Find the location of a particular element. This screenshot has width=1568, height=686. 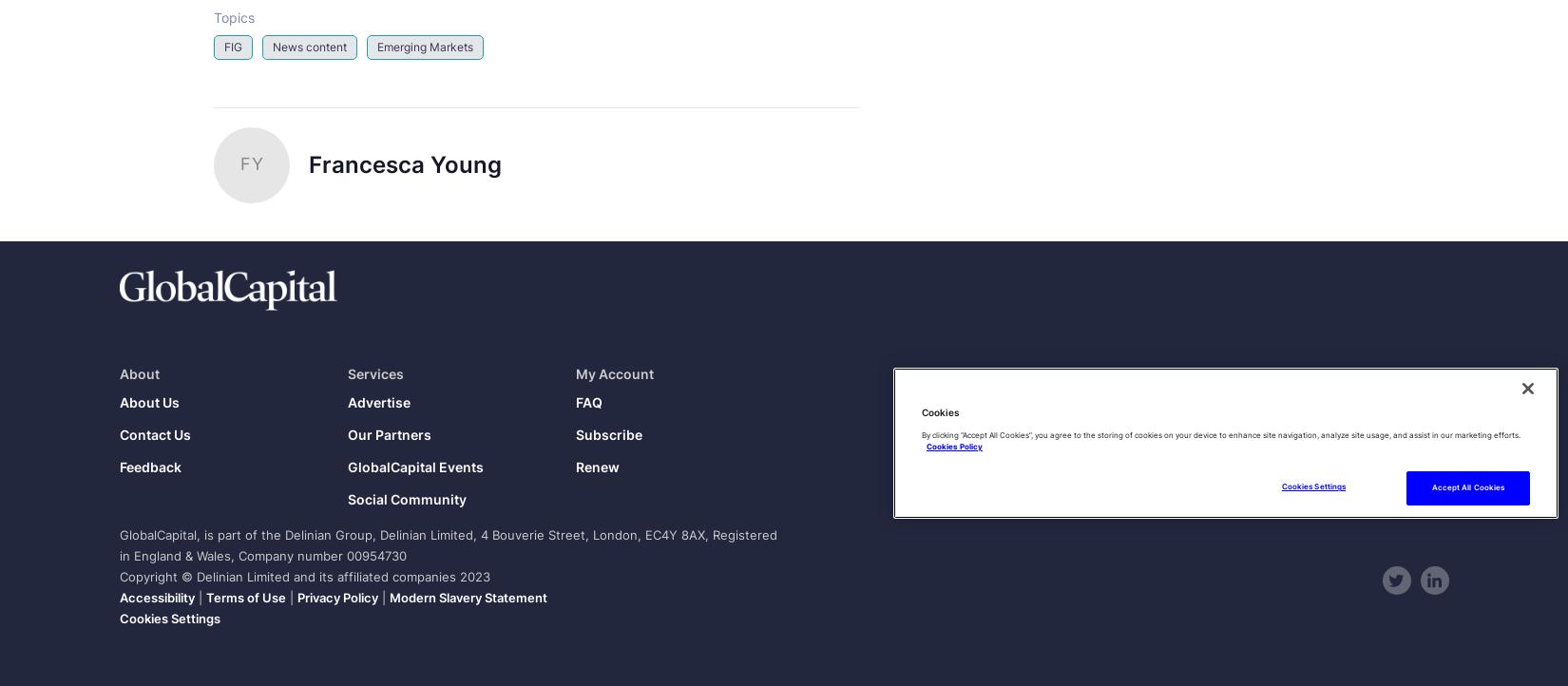

'Terms of Use' is located at coordinates (245, 598).